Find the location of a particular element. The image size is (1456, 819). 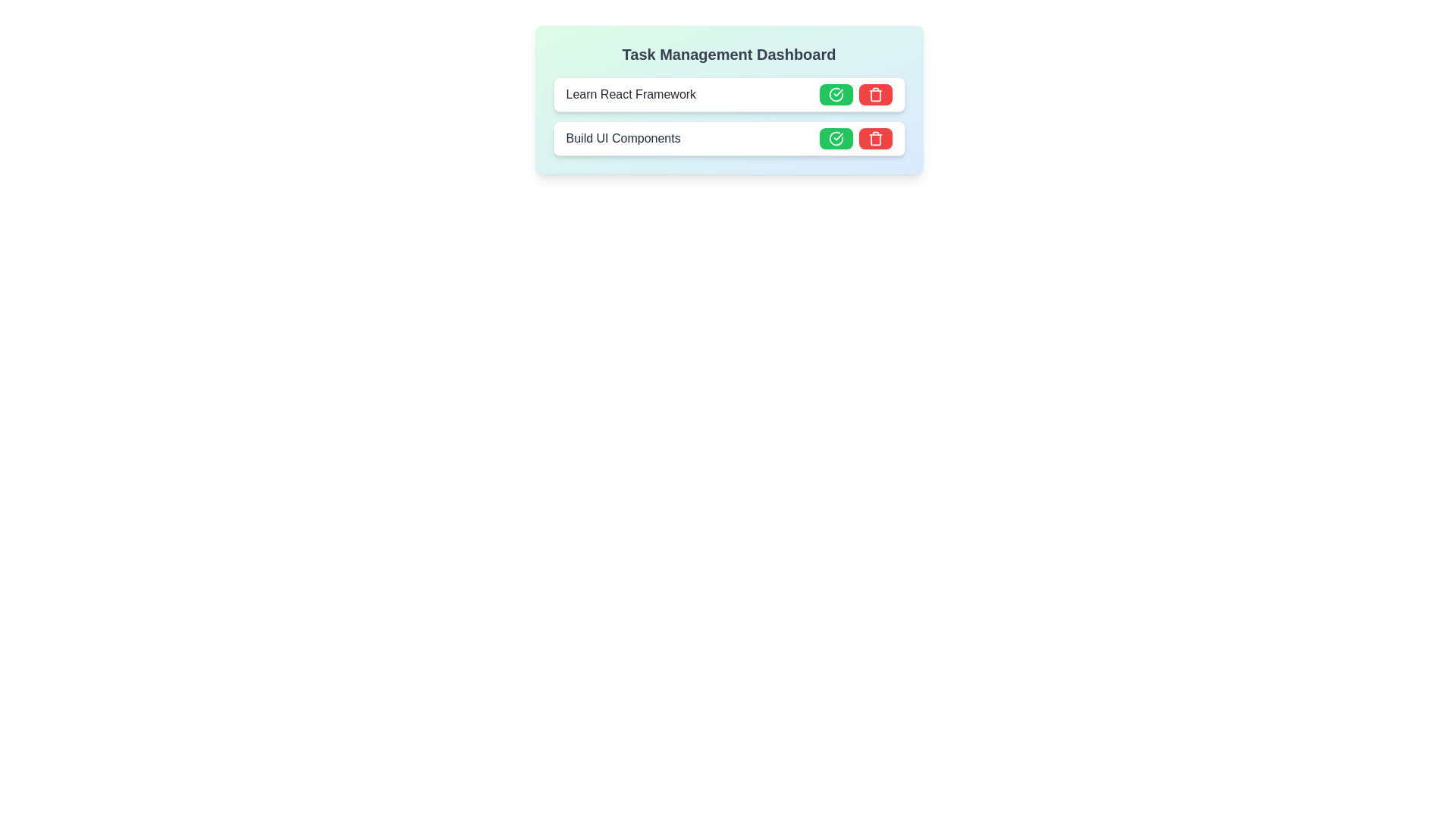

the prominent text label 'Task Management Dashboard' displayed at the top of its containing card is located at coordinates (729, 54).